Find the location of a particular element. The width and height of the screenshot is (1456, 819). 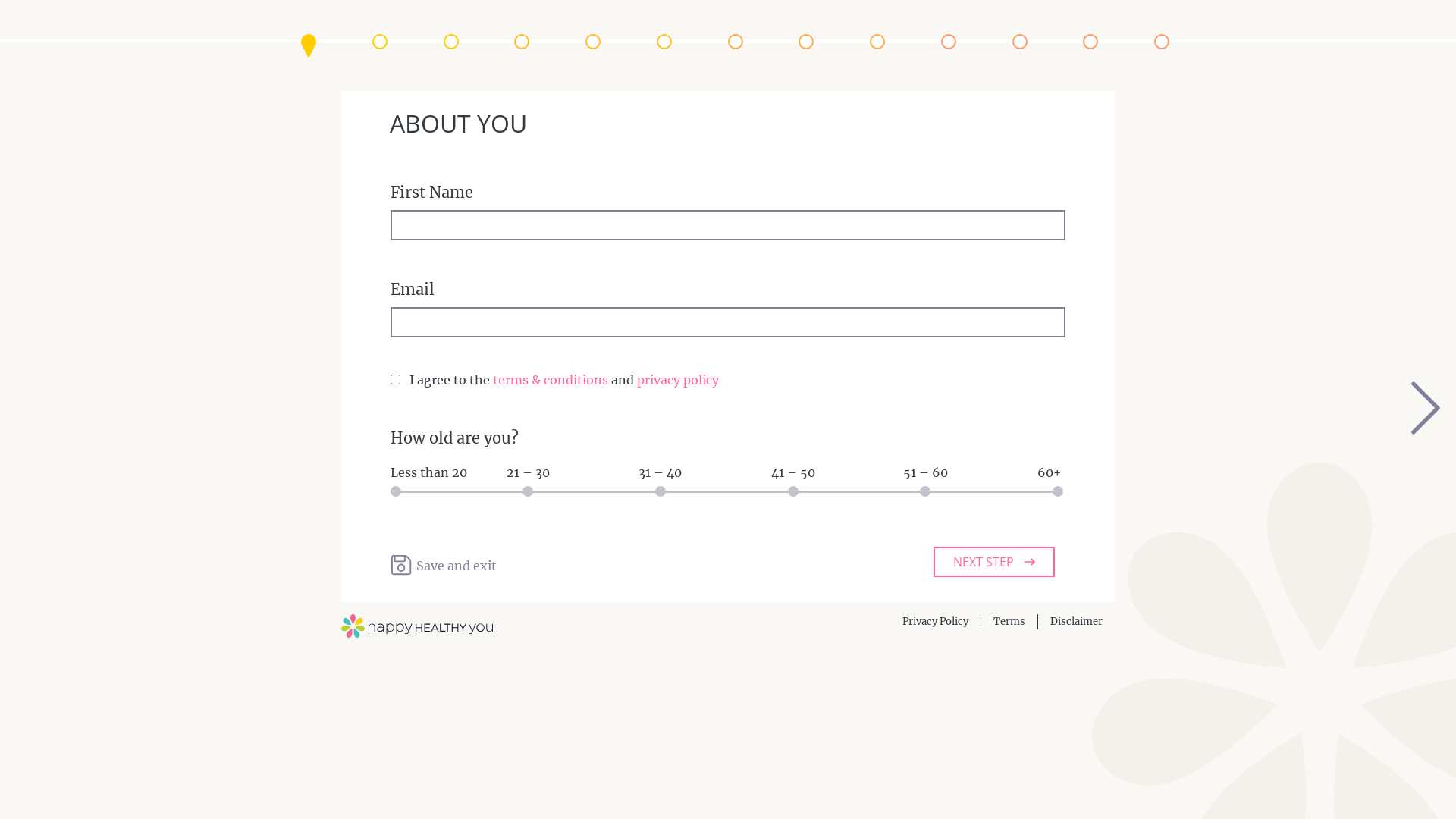

'Medical Conditions' is located at coordinates (442, 40).